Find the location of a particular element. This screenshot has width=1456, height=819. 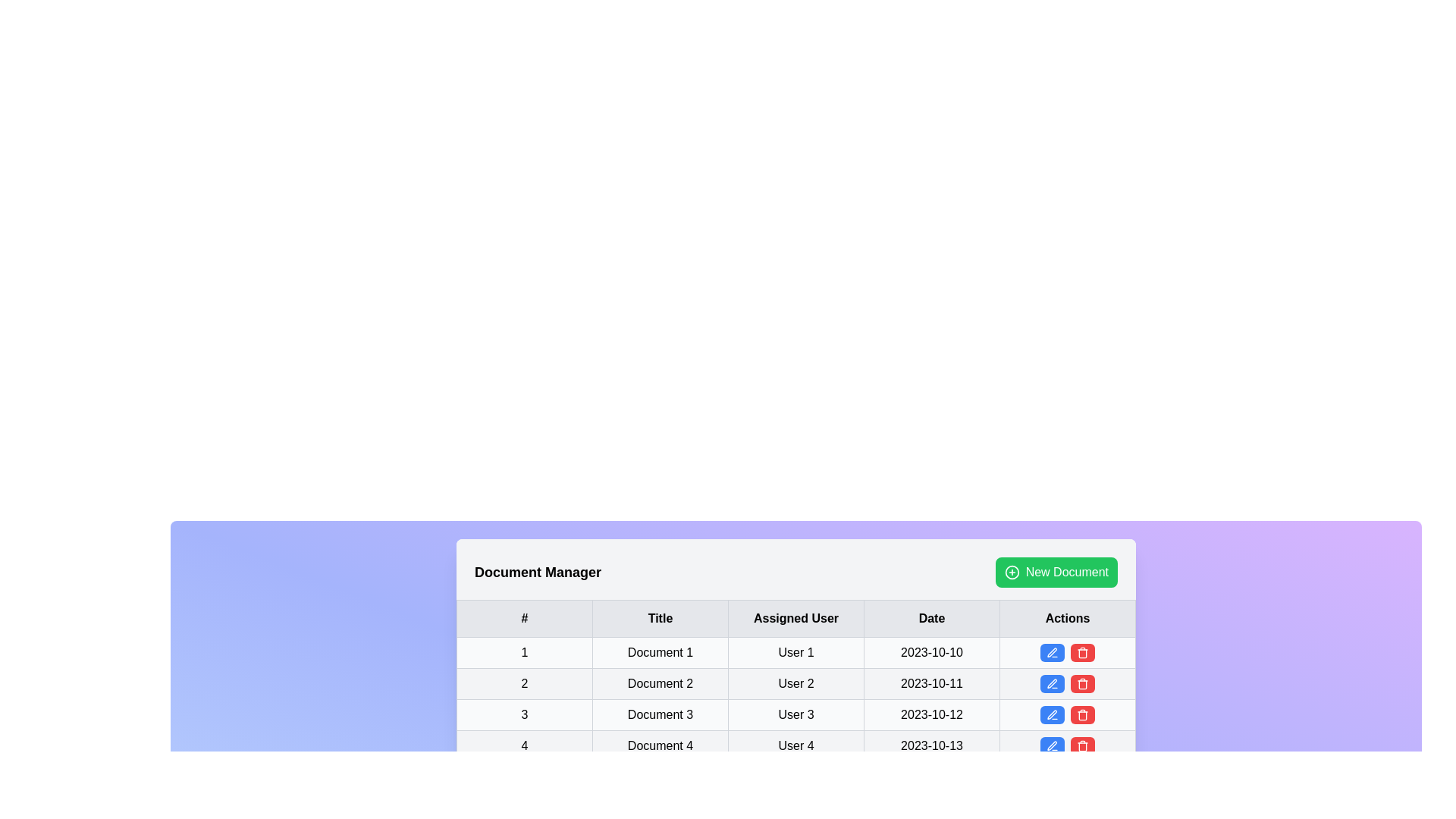

the first button in the 'Actions' column for 'Document 3' to initiate the editing action is located at coordinates (1051, 714).